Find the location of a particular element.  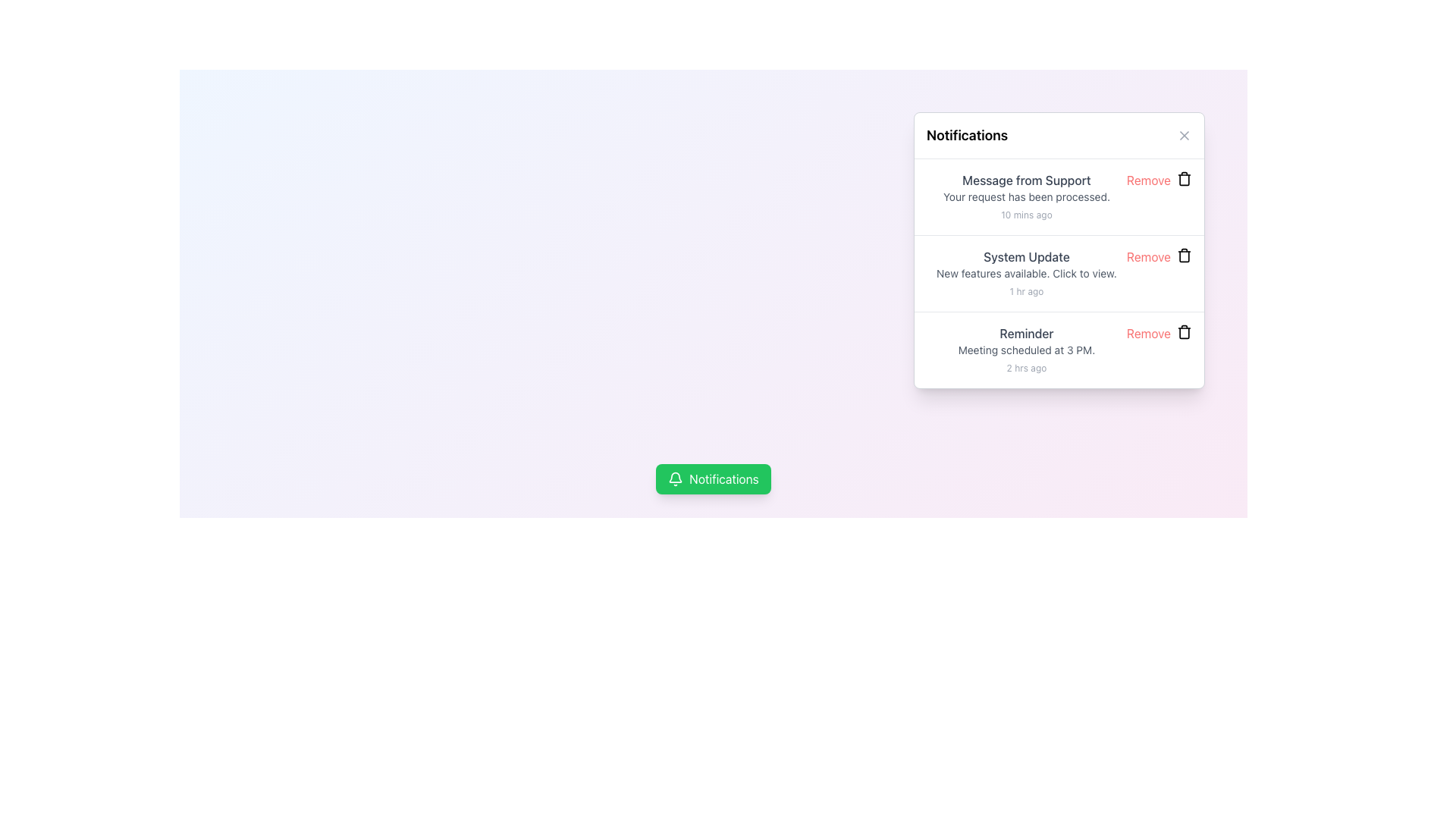

the delete button located in the notification UI card under the headline 'System Update', beside the timestamp '1 hr ago' is located at coordinates (1149, 256).